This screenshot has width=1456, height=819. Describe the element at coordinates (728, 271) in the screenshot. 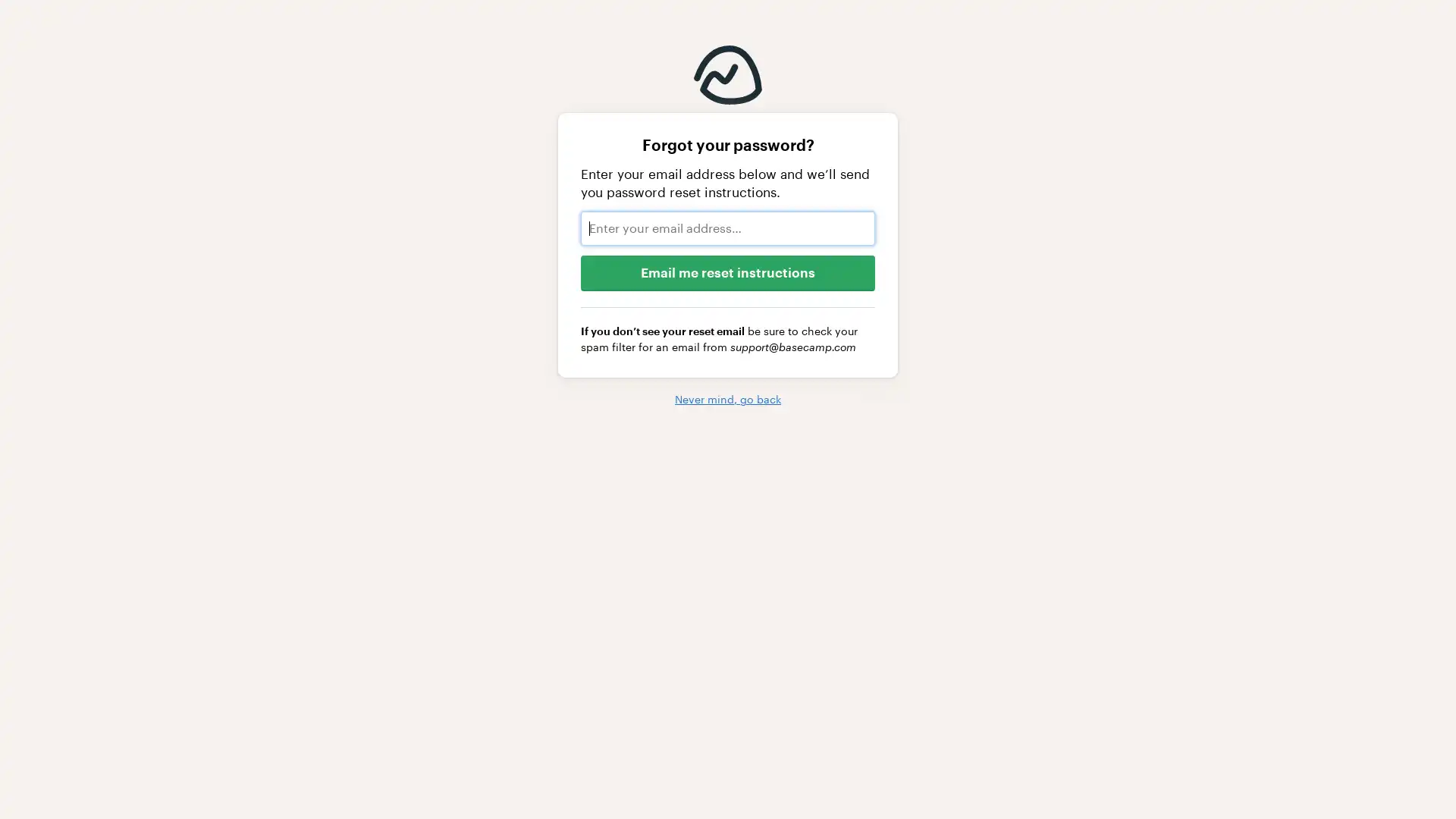

I see `Email me reset instructions` at that location.